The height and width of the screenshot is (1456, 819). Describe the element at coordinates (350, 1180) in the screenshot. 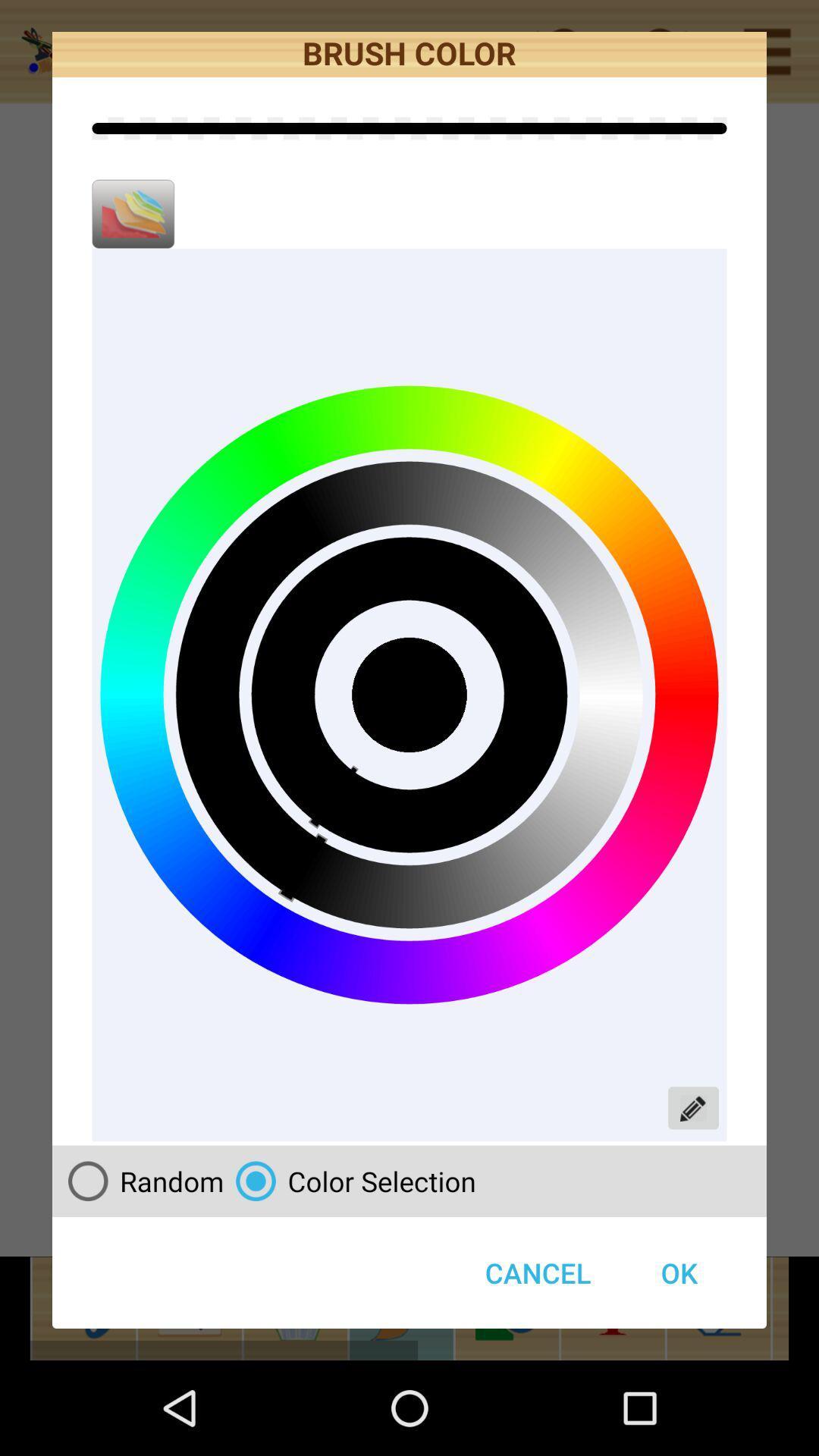

I see `the radio button next to the random radio button` at that location.